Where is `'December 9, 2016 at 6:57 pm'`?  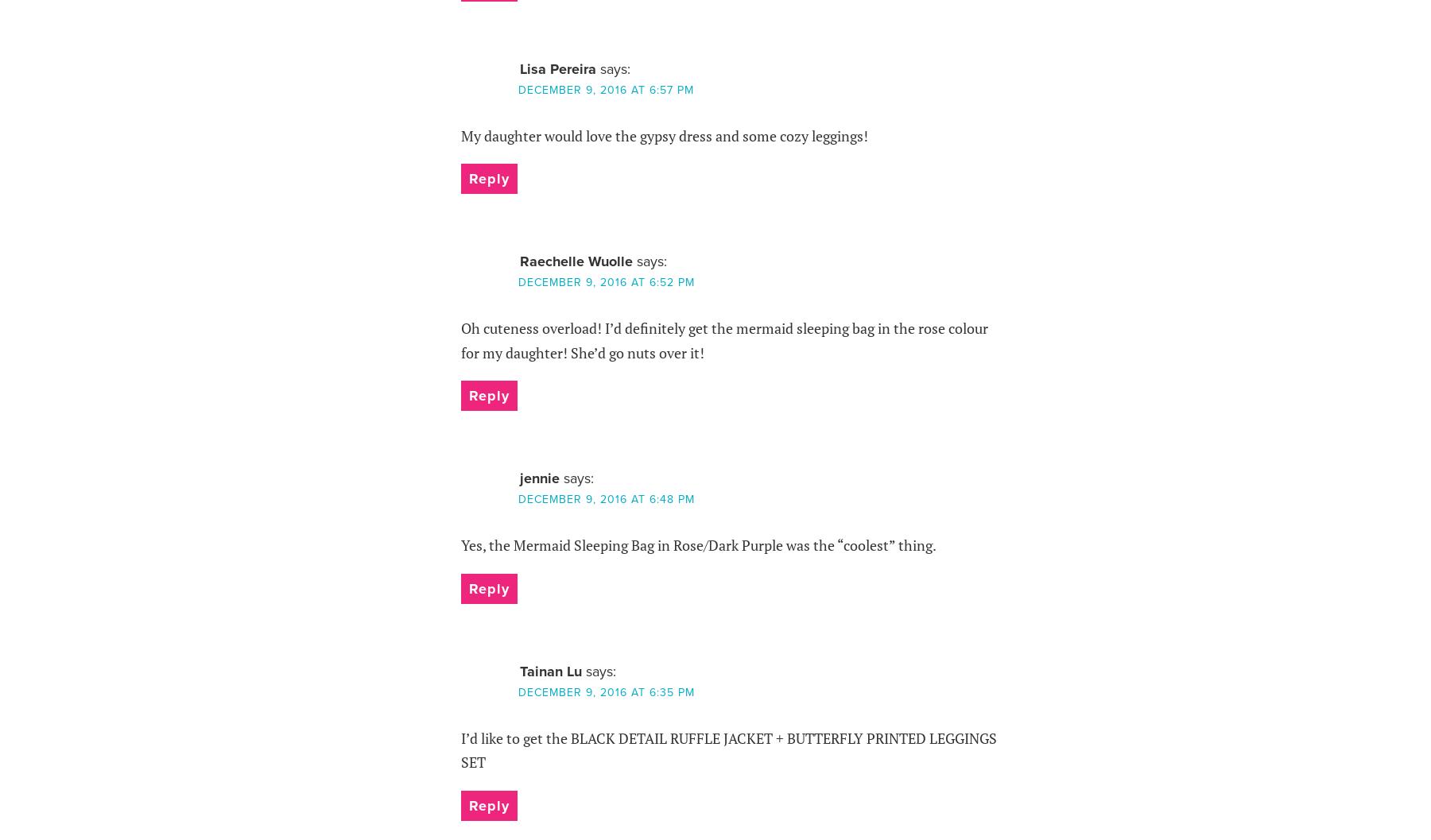
'December 9, 2016 at 6:57 pm' is located at coordinates (604, 88).